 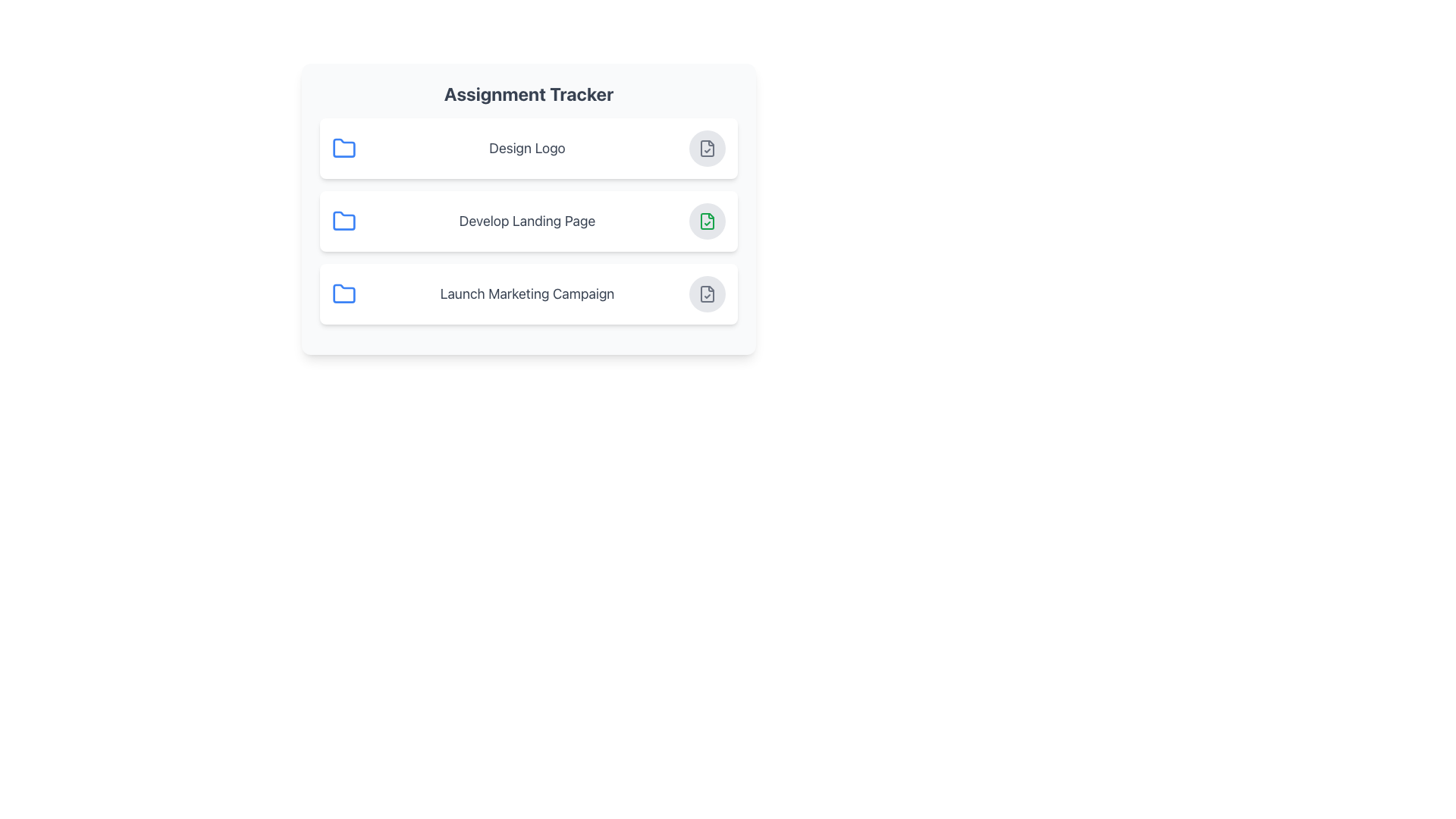 What do you see at coordinates (706, 149) in the screenshot?
I see `the status indication icon, which is a document with a checkmark, located at the top-right corner of the 'Design Logo' row in the 'Assignment Tracker' list, embedded inside a circular button` at bounding box center [706, 149].